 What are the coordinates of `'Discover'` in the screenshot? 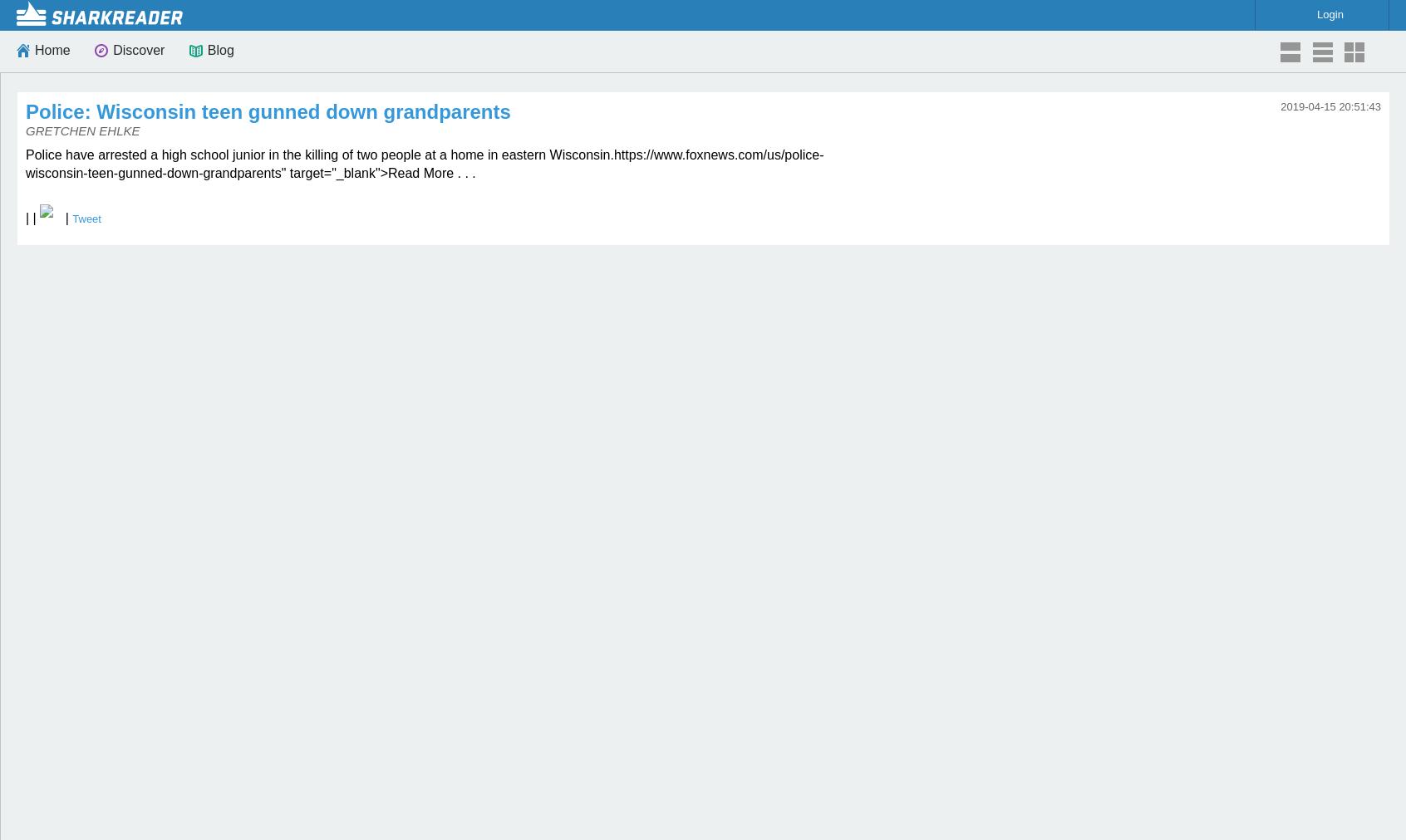 It's located at (113, 49).